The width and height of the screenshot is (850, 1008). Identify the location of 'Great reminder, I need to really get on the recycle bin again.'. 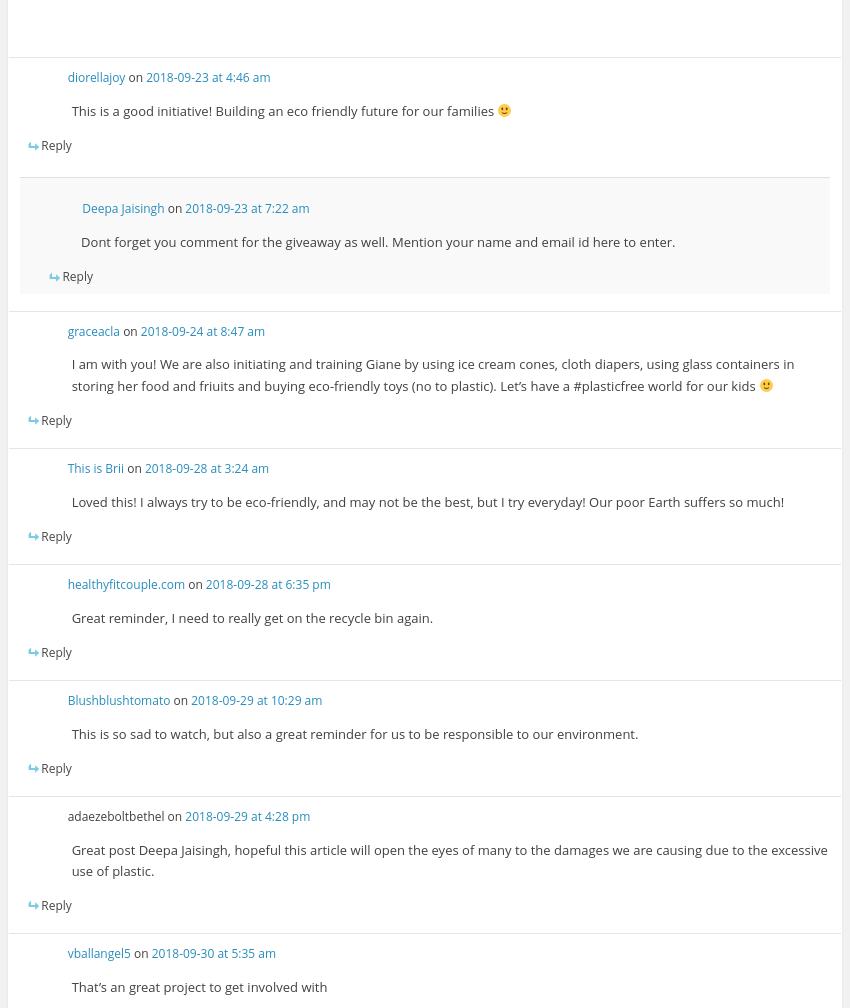
(70, 616).